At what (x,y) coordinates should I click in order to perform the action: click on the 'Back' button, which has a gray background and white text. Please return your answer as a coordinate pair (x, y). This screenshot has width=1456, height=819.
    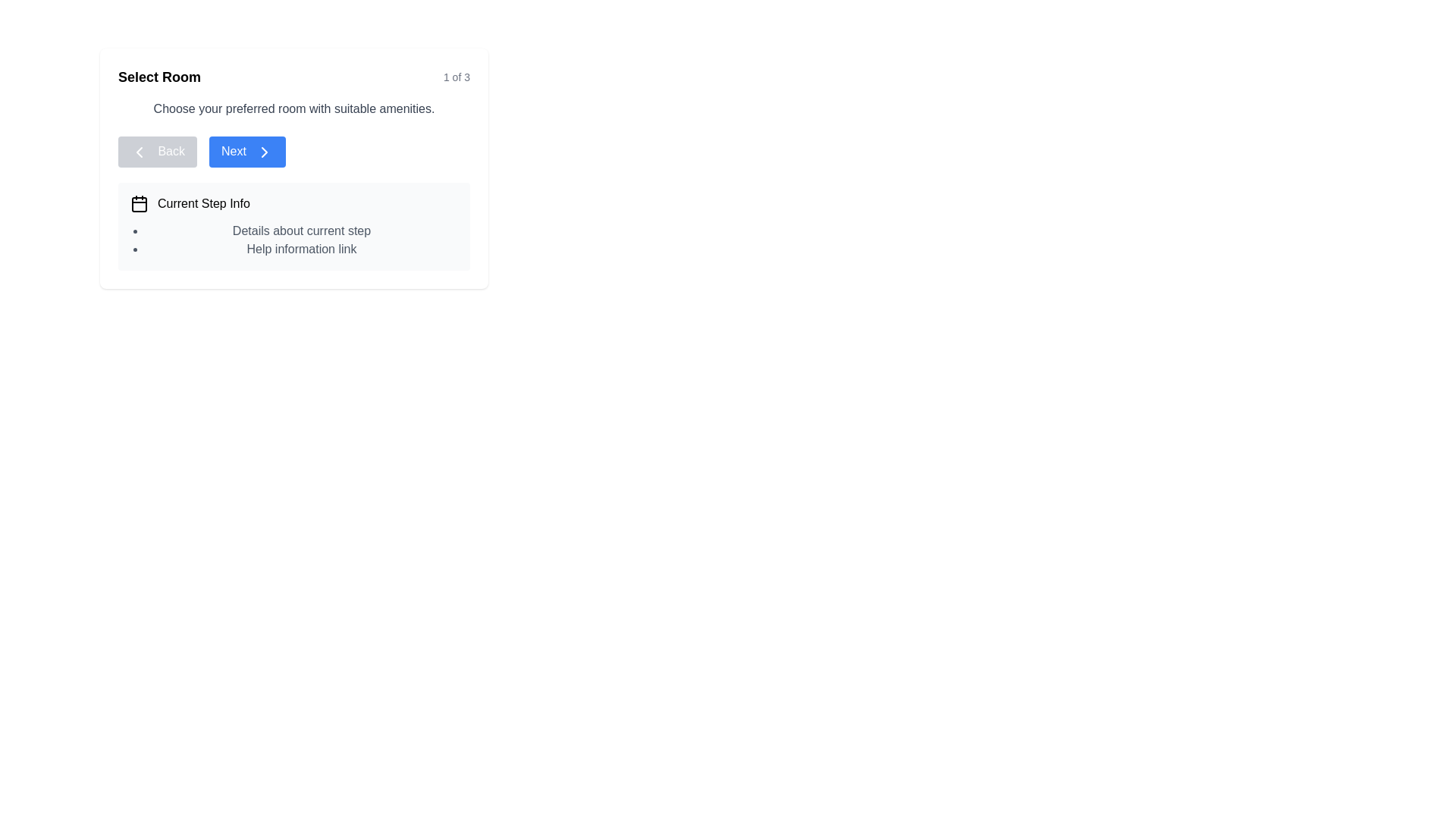
    Looking at the image, I should click on (157, 152).